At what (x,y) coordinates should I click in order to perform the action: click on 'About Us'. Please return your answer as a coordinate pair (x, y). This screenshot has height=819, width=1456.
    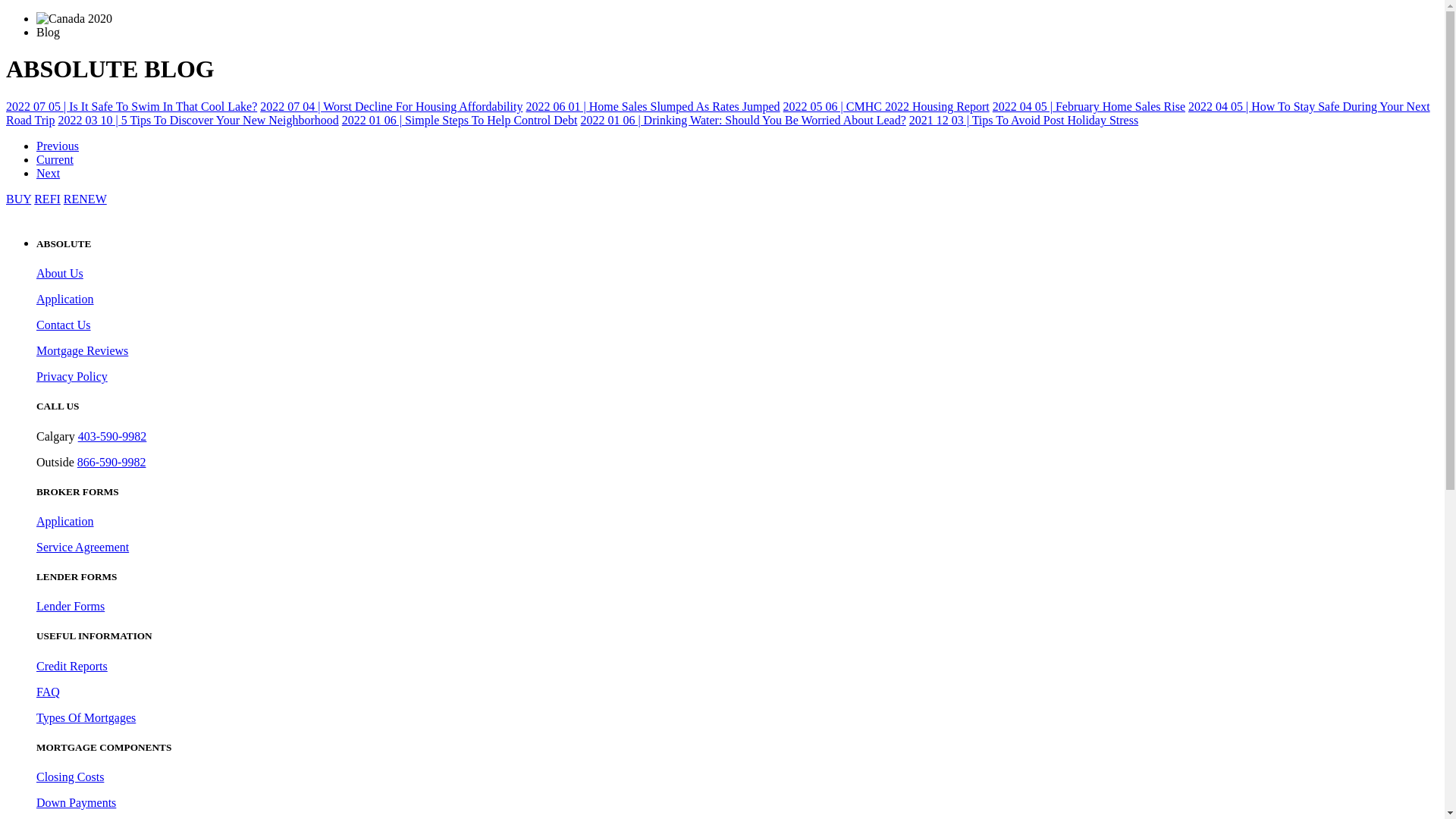
    Looking at the image, I should click on (59, 273).